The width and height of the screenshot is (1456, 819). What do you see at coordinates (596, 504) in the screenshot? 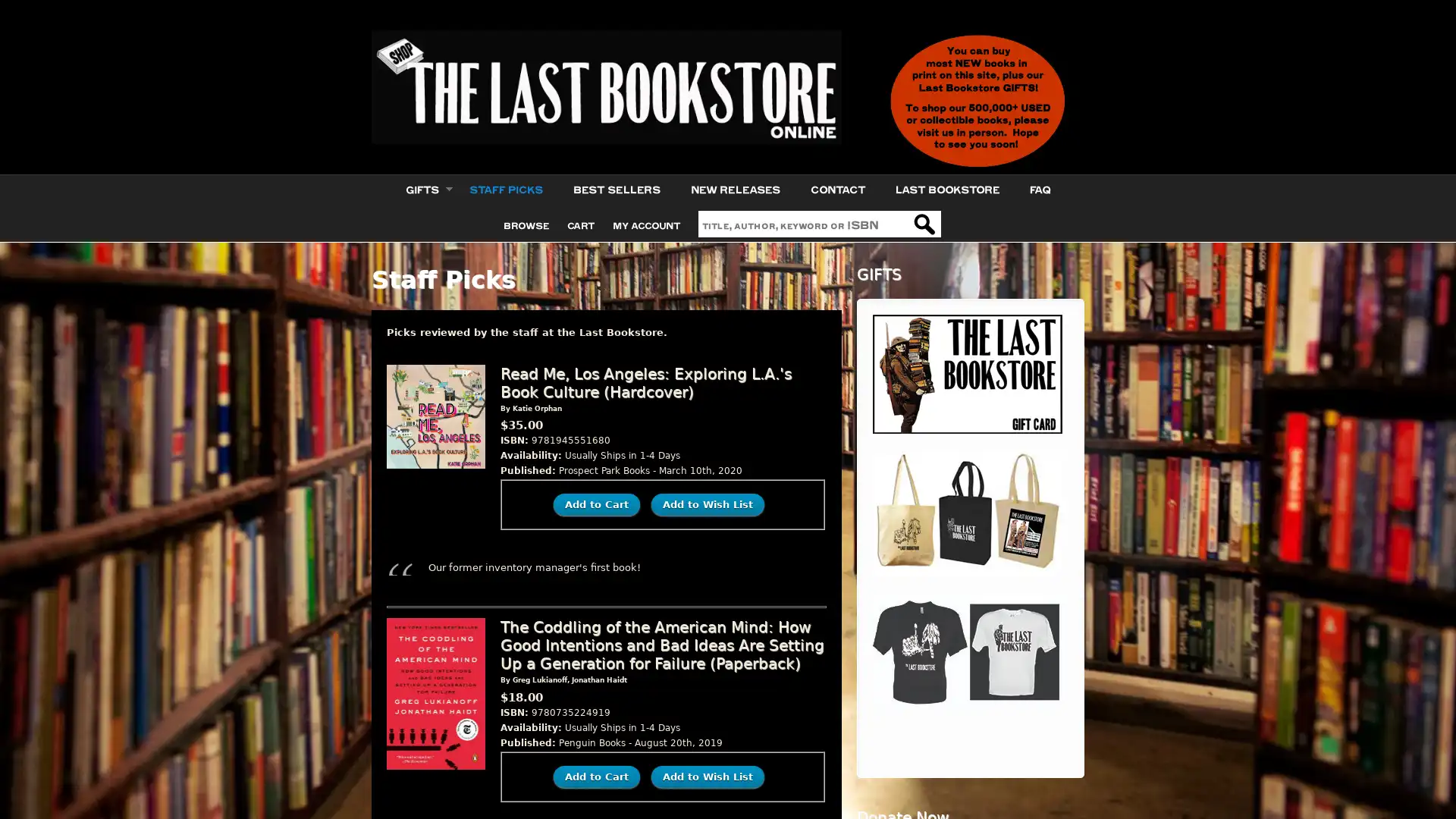
I see `Add to Cart` at bounding box center [596, 504].